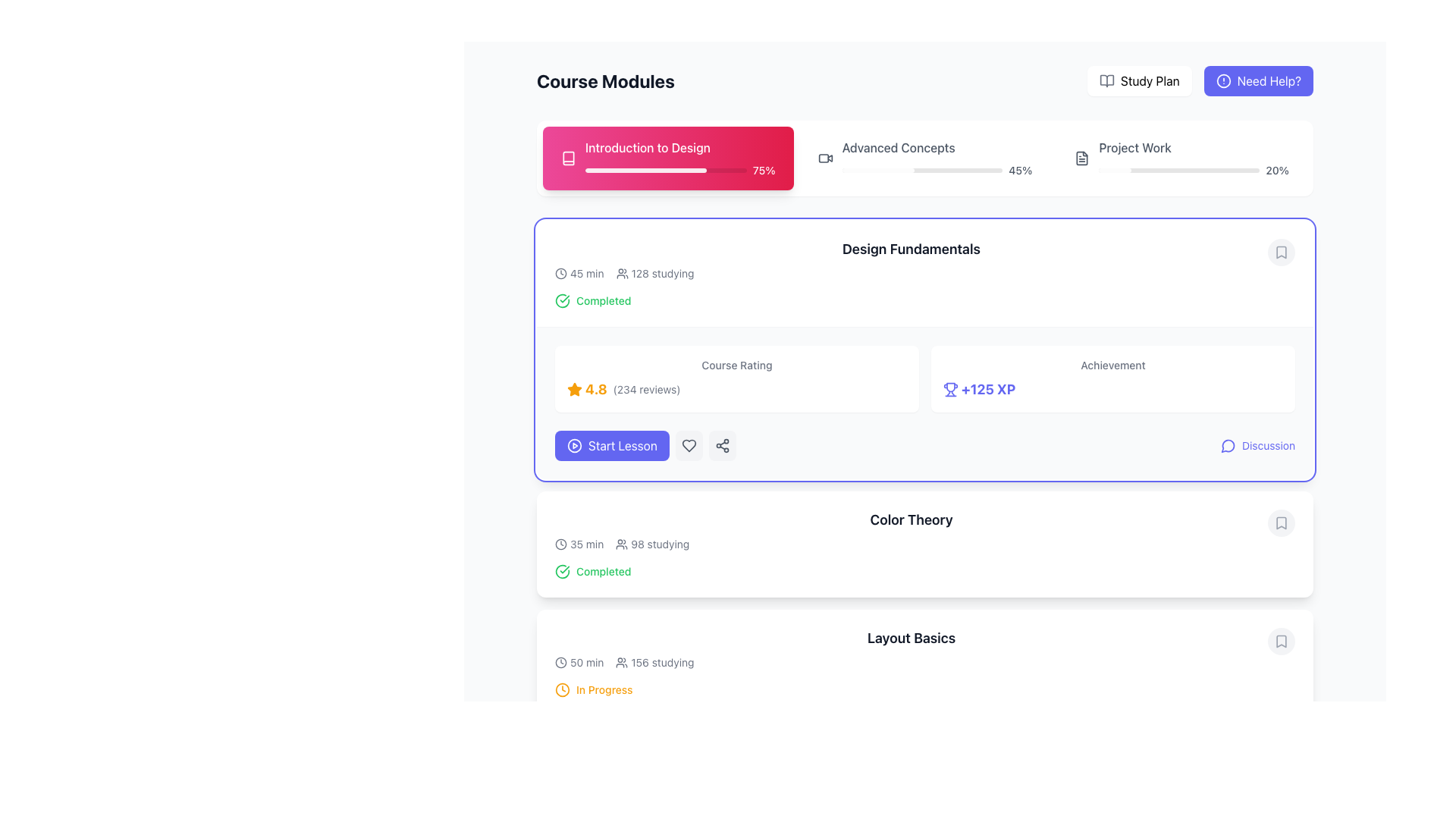 The image size is (1456, 819). I want to click on the SVG-based clock icon located to the left of the text '35 min' in the 'Color Theory' section of the course overview interface, so click(560, 543).